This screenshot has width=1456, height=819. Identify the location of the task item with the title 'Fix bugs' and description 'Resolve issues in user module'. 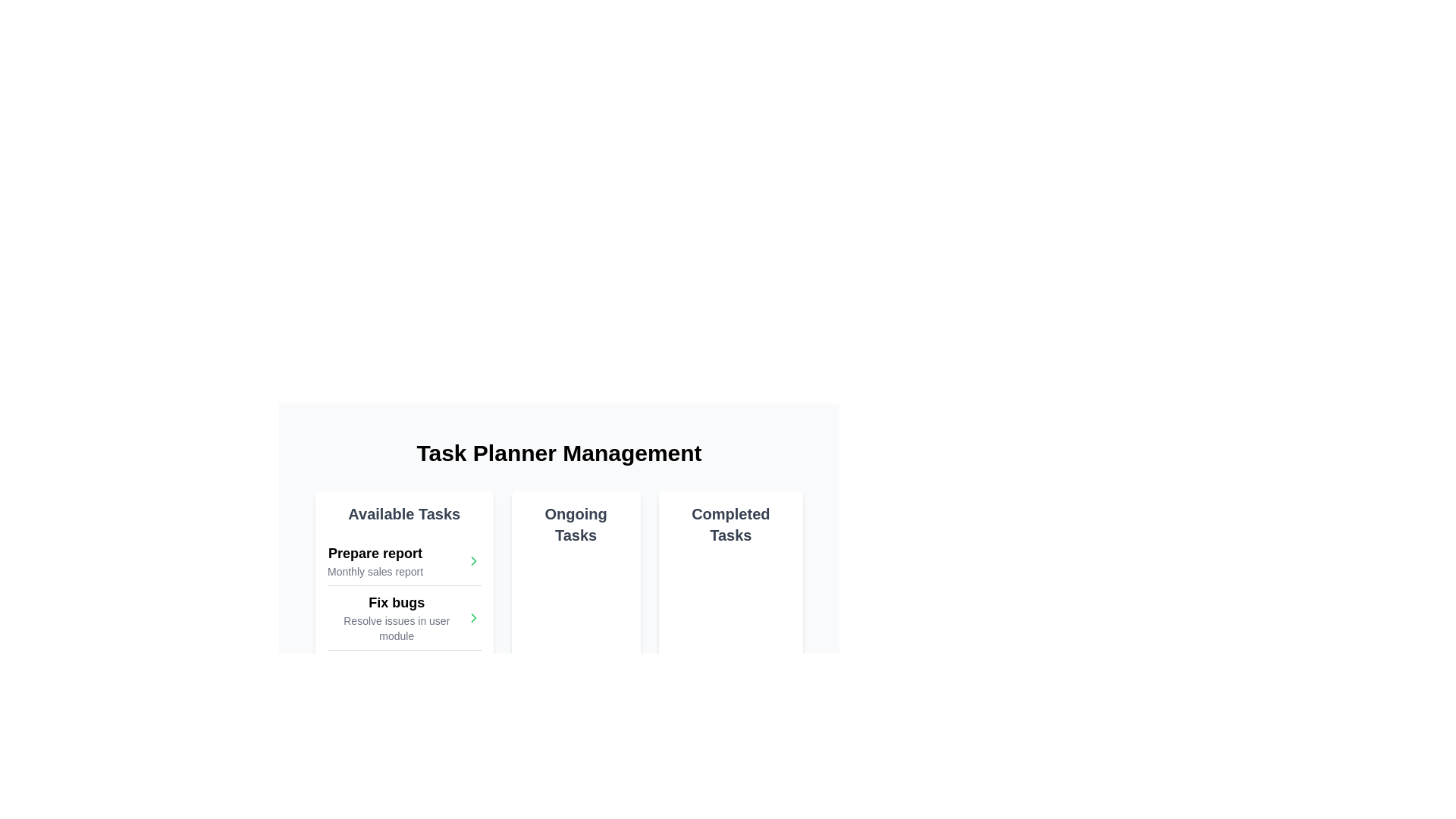
(404, 617).